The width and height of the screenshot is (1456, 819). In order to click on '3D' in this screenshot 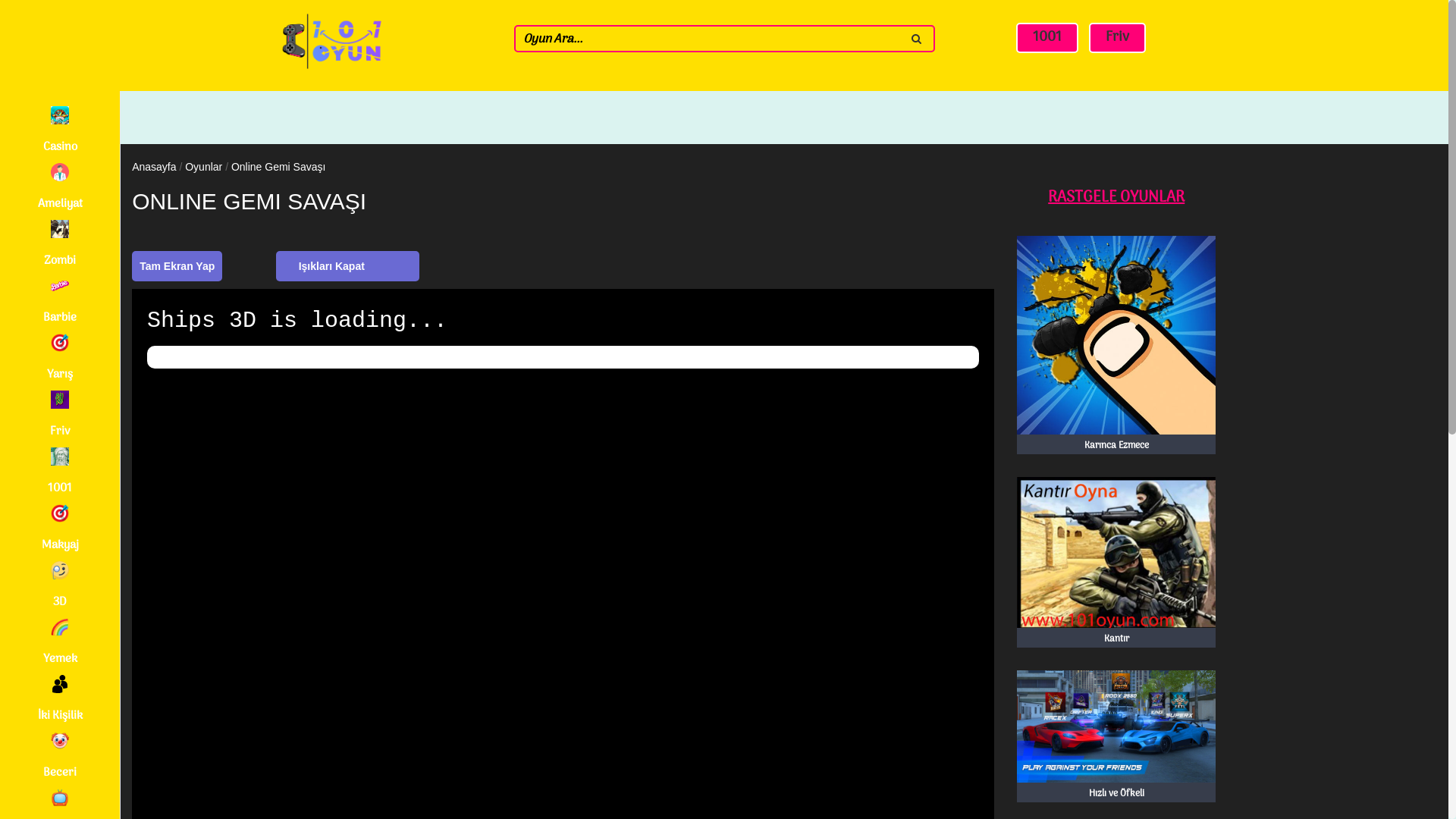, I will do `click(59, 585)`.